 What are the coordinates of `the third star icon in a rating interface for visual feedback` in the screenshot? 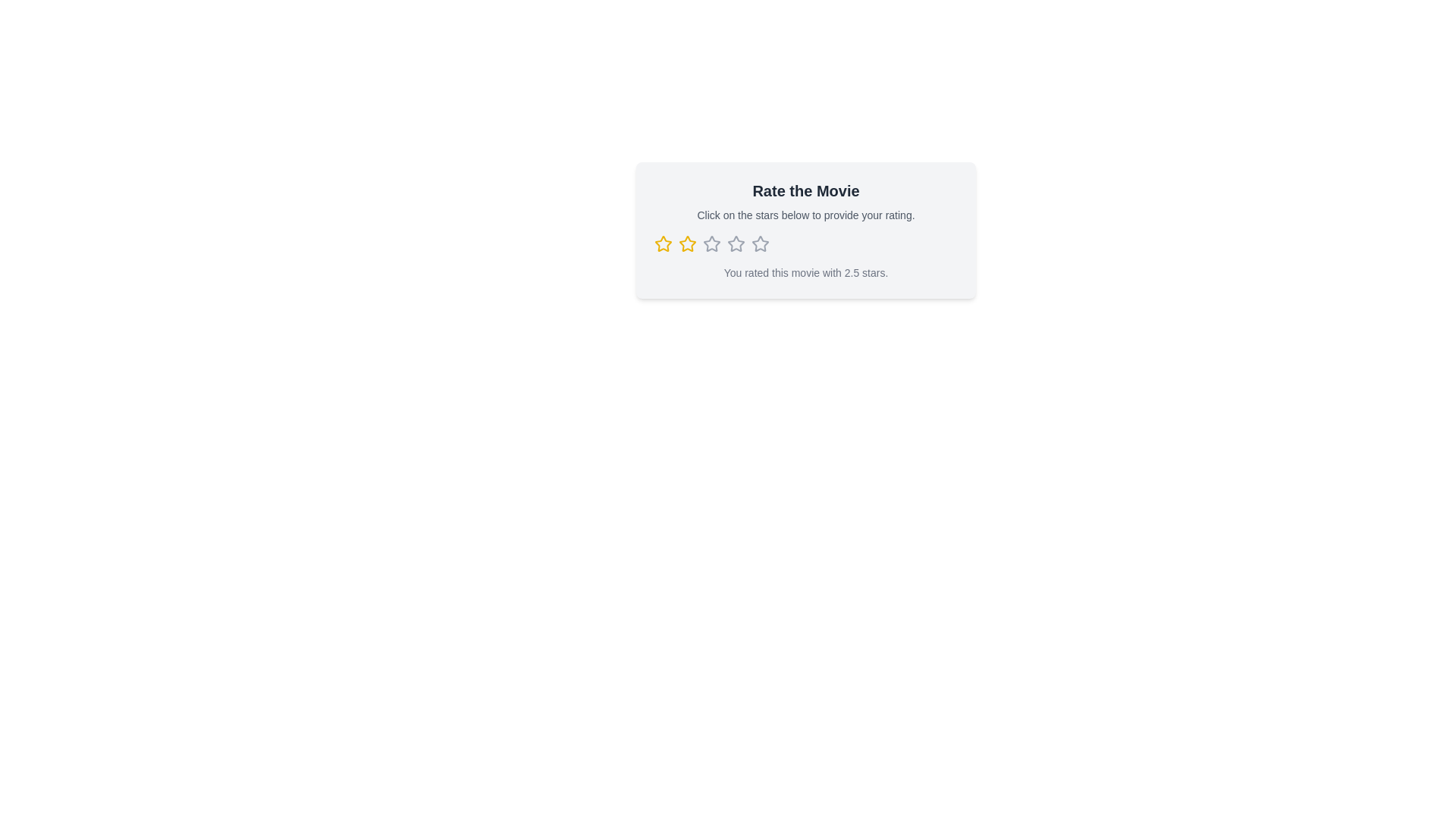 It's located at (711, 243).